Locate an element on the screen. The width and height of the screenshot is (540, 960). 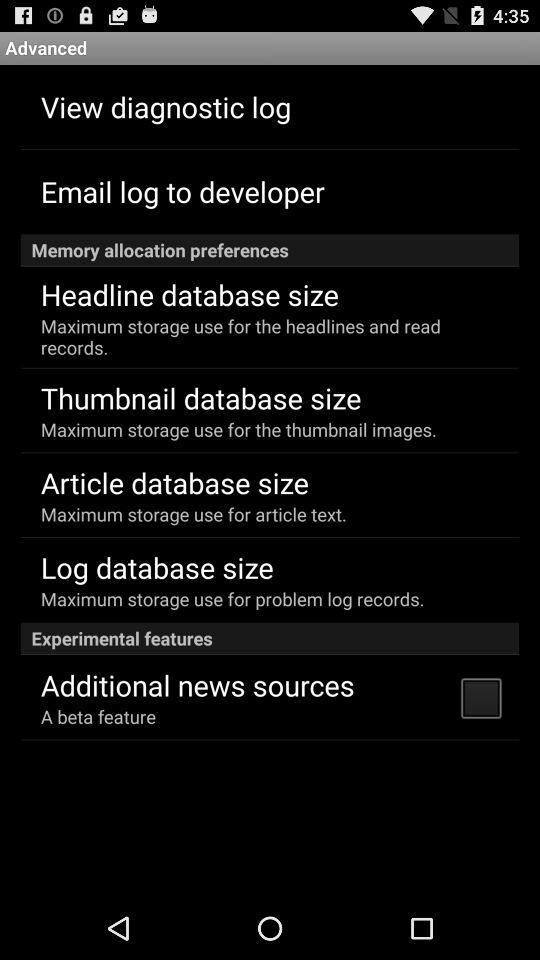
app at the bottom left corner is located at coordinates (97, 716).